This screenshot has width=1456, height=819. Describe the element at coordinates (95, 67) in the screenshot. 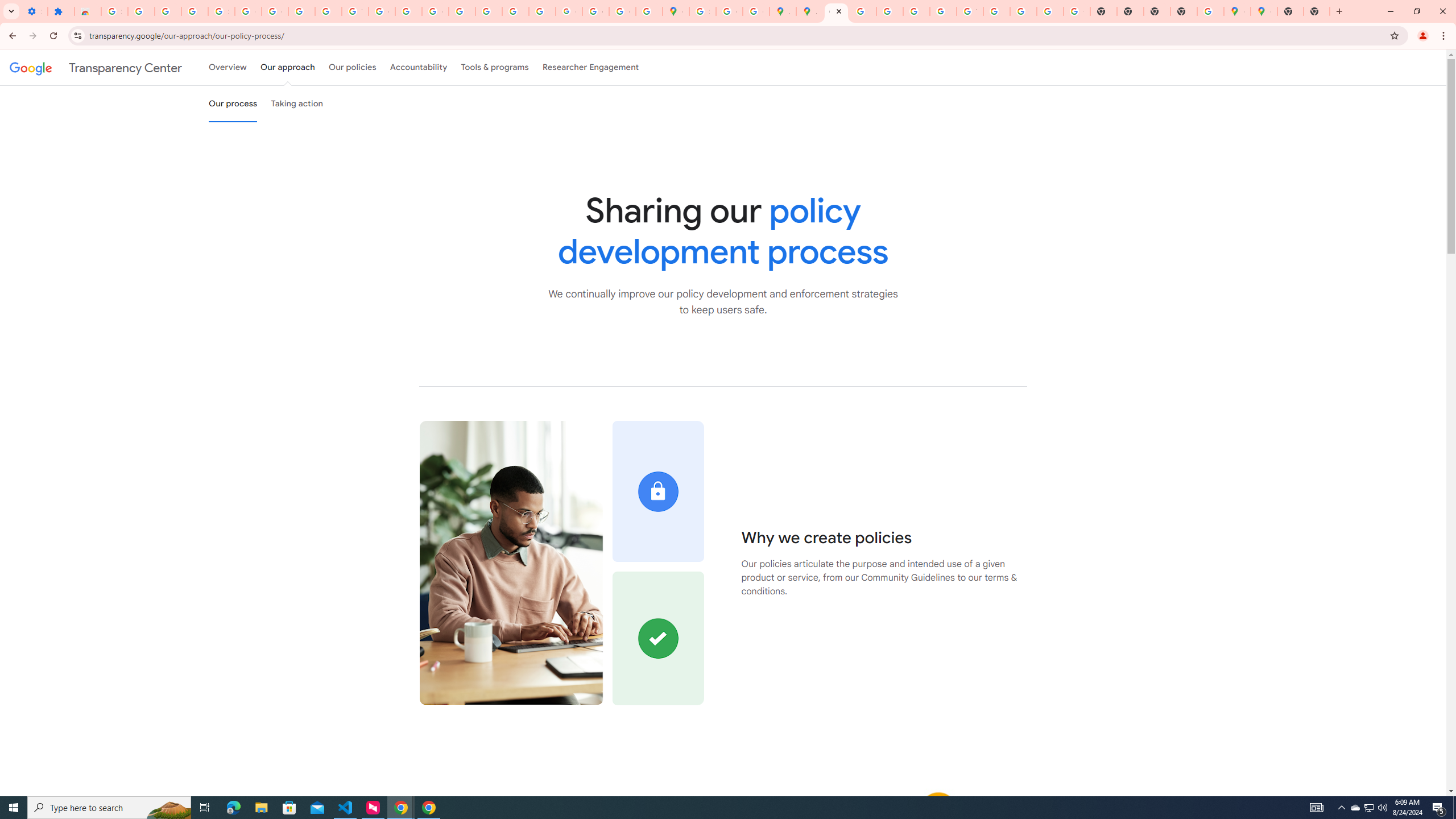

I see `'Transparency Center'` at that location.